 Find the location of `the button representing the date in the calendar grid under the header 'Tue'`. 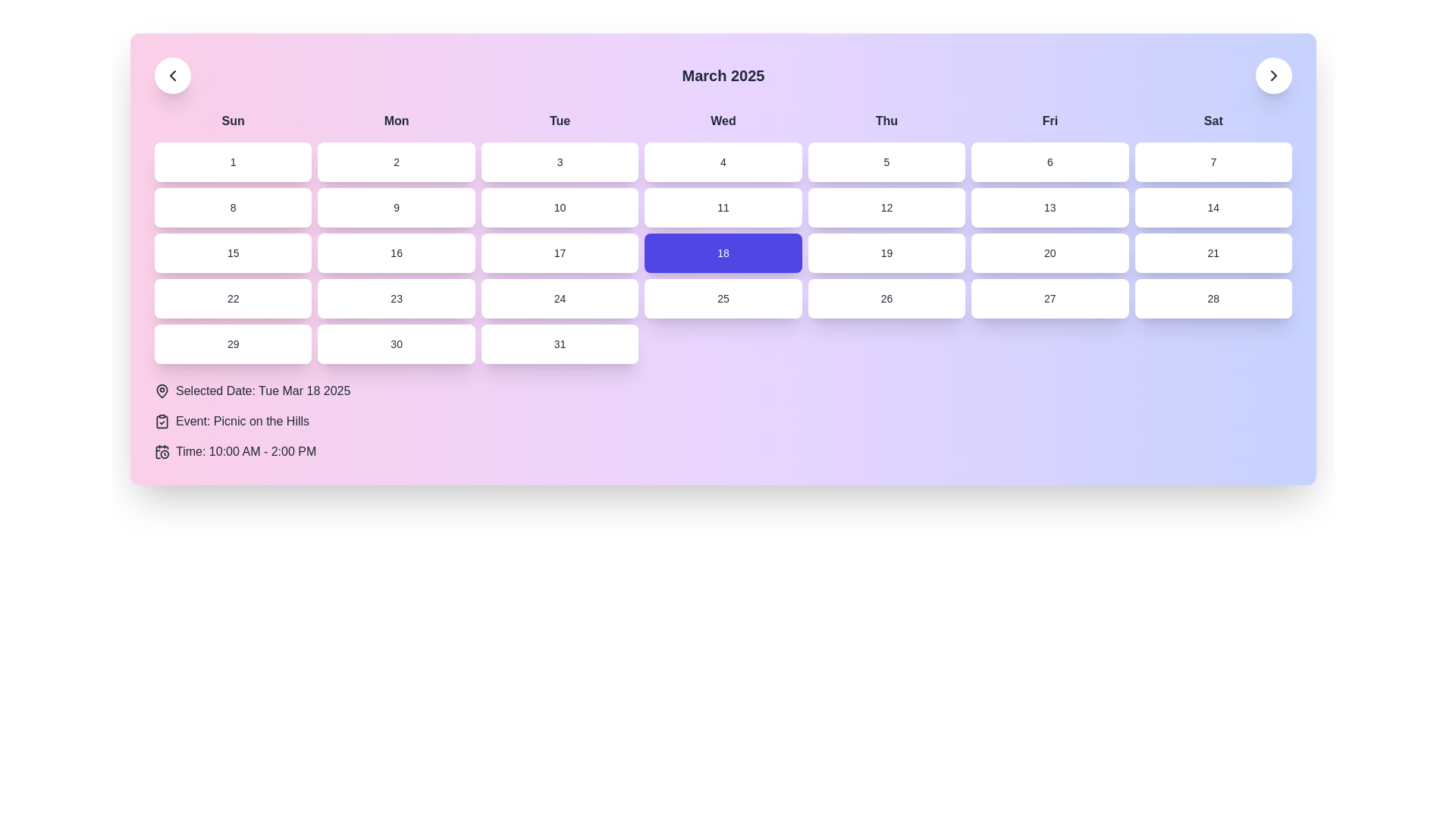

the button representing the date in the calendar grid under the header 'Tue' is located at coordinates (559, 162).